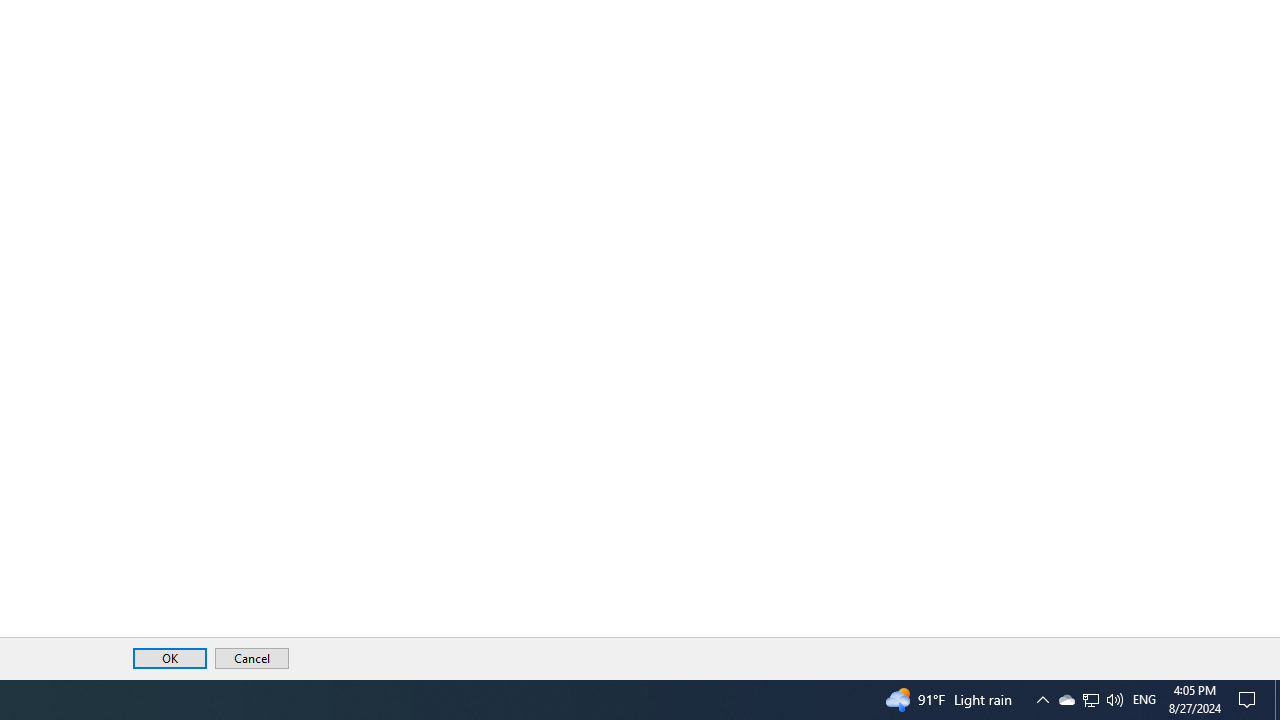 The image size is (1280, 720). Describe the element at coordinates (251, 658) in the screenshot. I see `'Cancel'` at that location.